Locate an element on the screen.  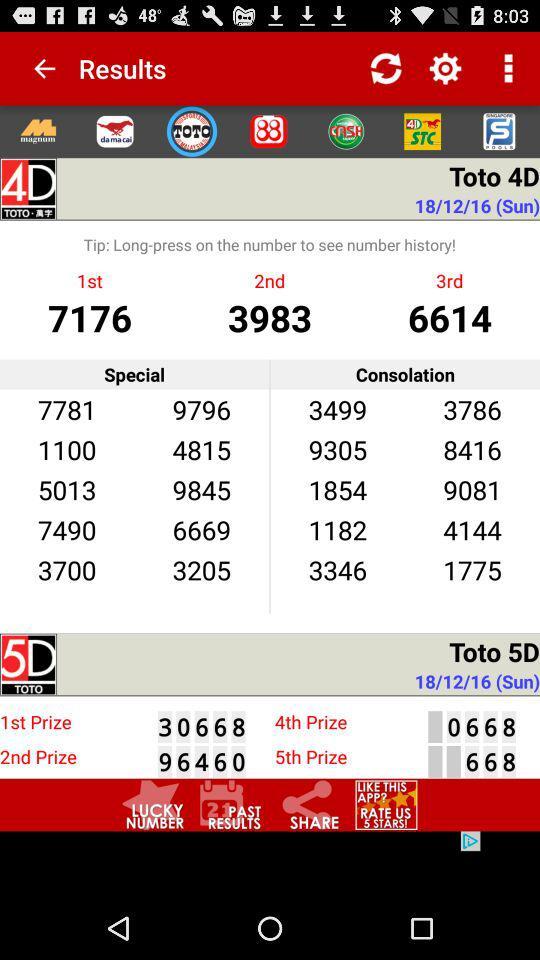
choose number is located at coordinates (152, 805).